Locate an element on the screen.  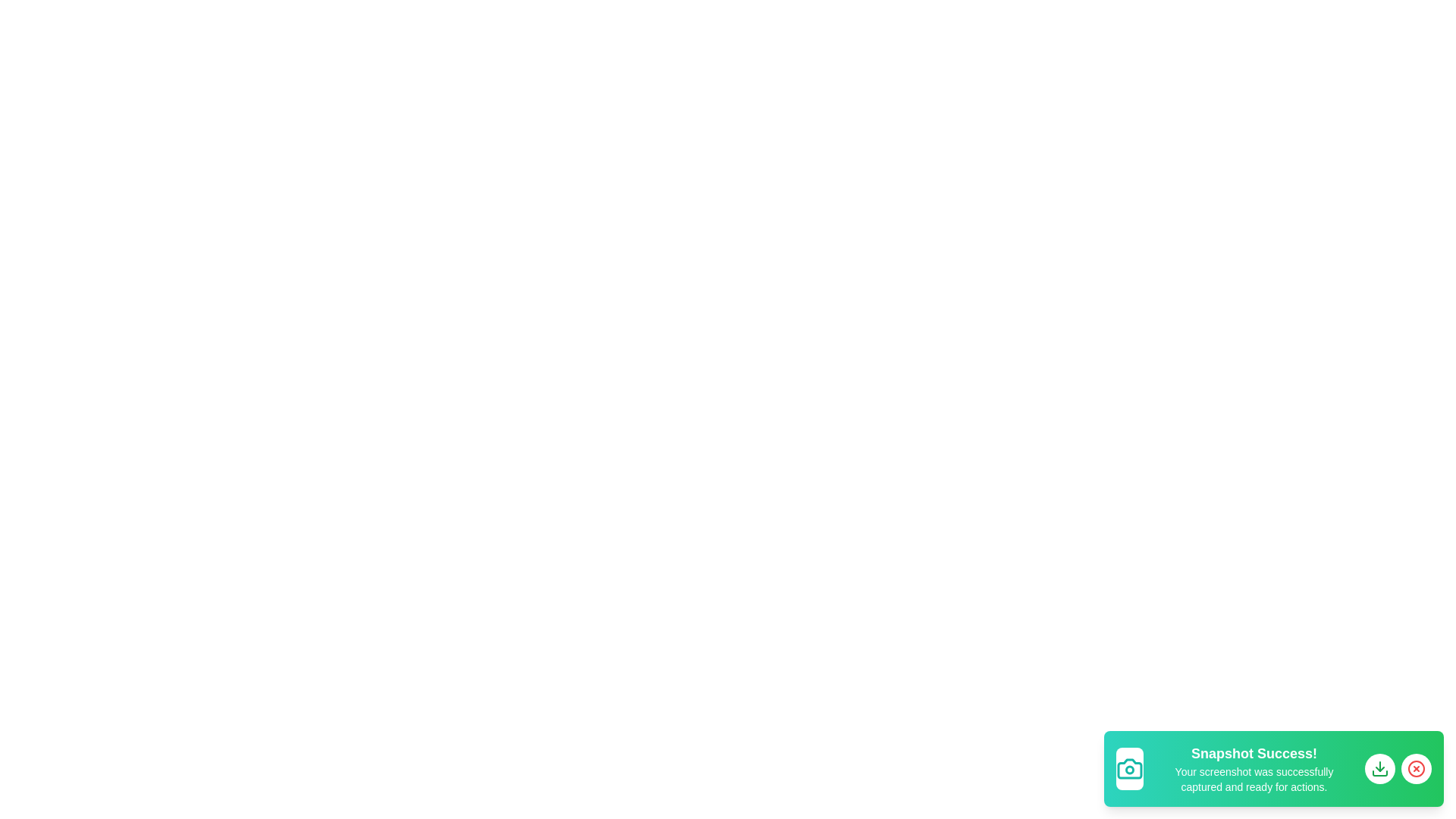
the camera icon to observe its details is located at coordinates (1129, 769).